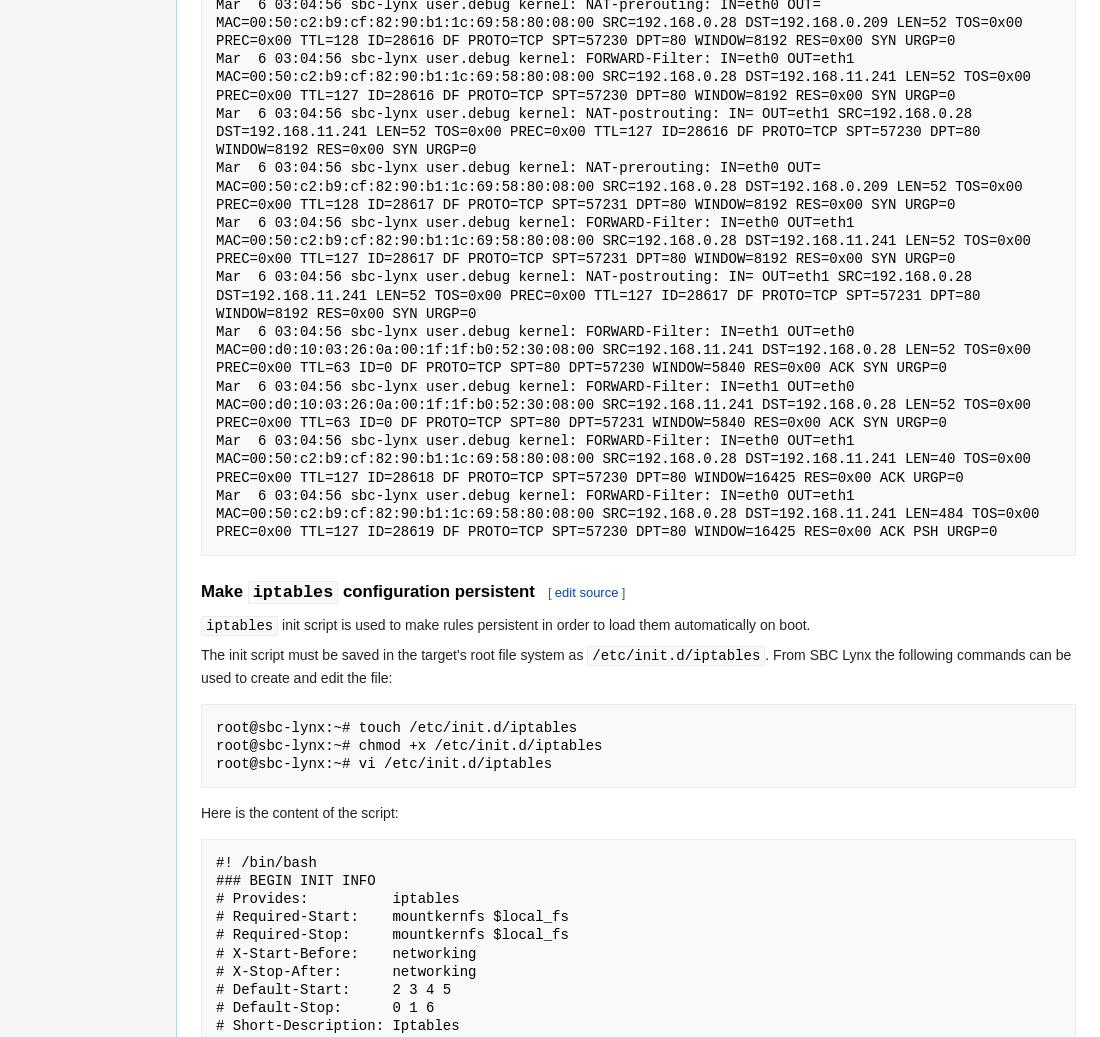 This screenshot has width=1100, height=1037. What do you see at coordinates (675, 654) in the screenshot?
I see `'/etc/init.d/iptables'` at bounding box center [675, 654].